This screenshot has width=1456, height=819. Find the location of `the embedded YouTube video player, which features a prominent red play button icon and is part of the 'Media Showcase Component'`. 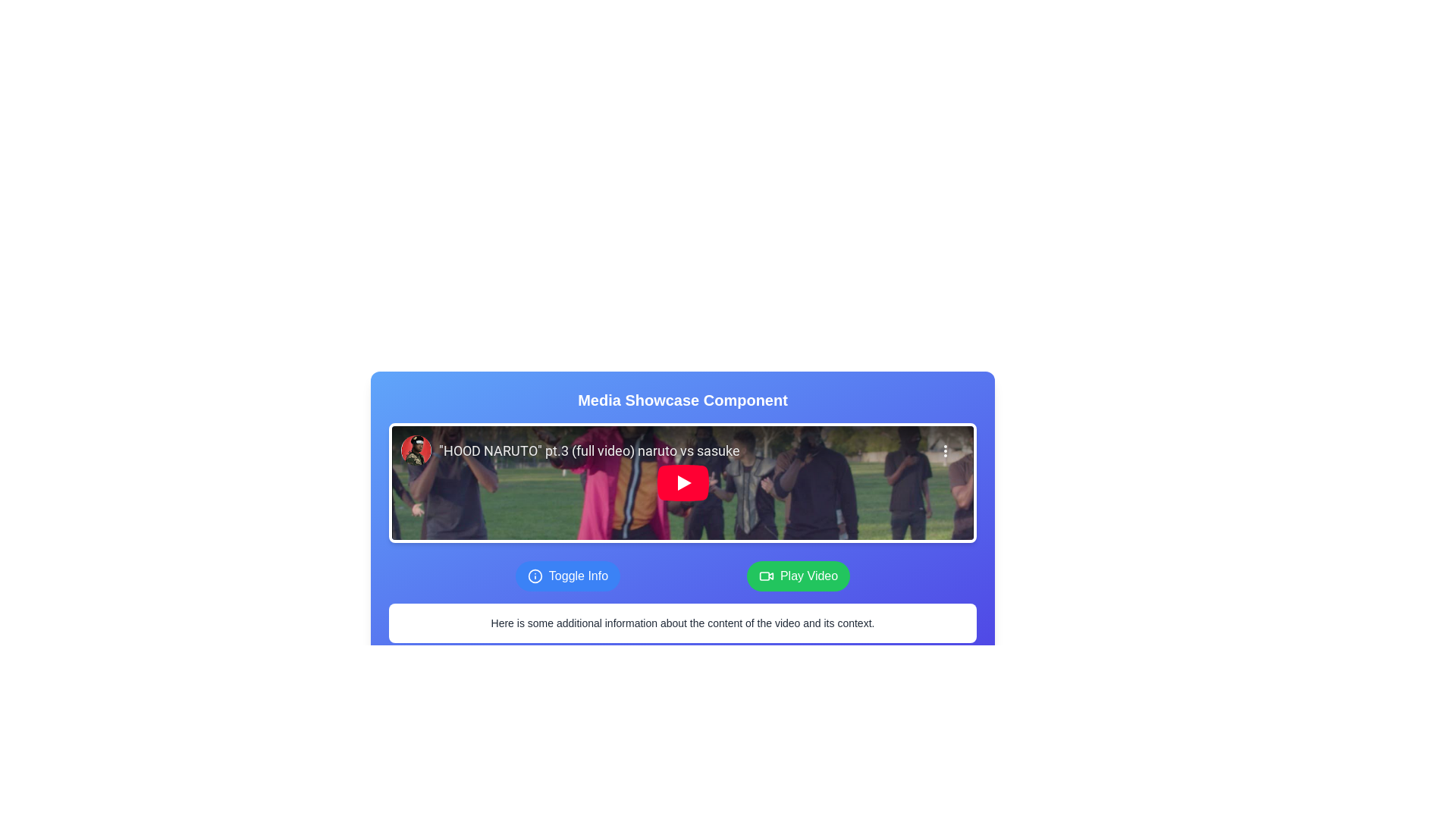

the embedded YouTube video player, which features a prominent red play button icon and is part of the 'Media Showcase Component' is located at coordinates (682, 482).